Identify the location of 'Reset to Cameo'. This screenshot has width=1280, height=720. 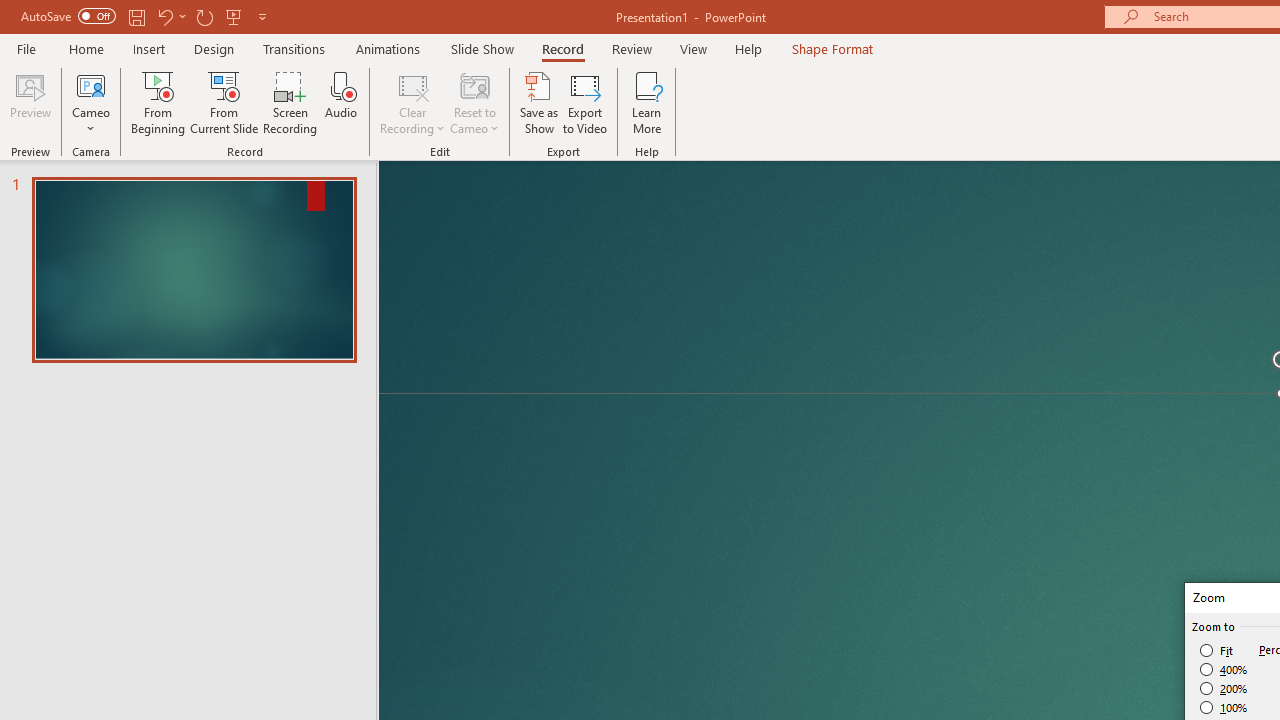
(473, 103).